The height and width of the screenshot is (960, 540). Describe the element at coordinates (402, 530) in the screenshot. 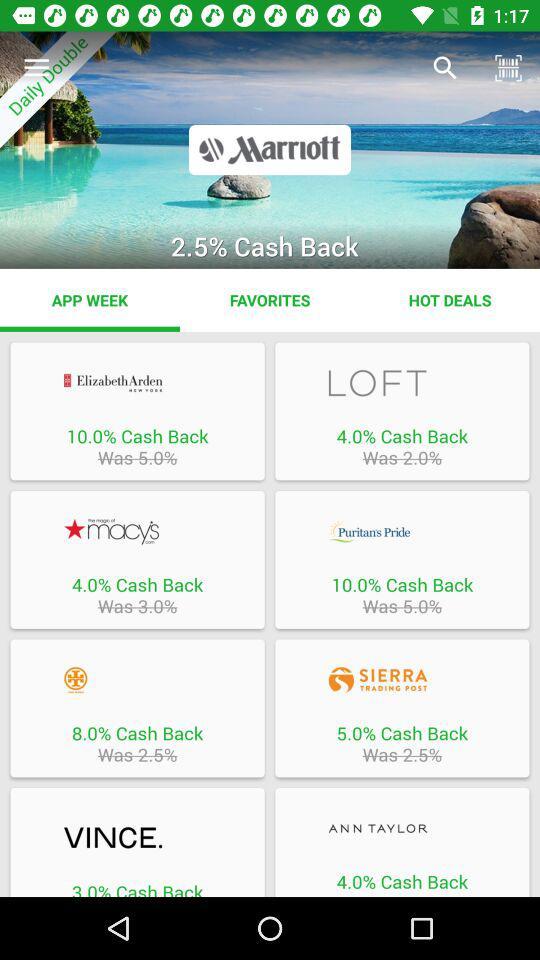

I see `choose this website` at that location.